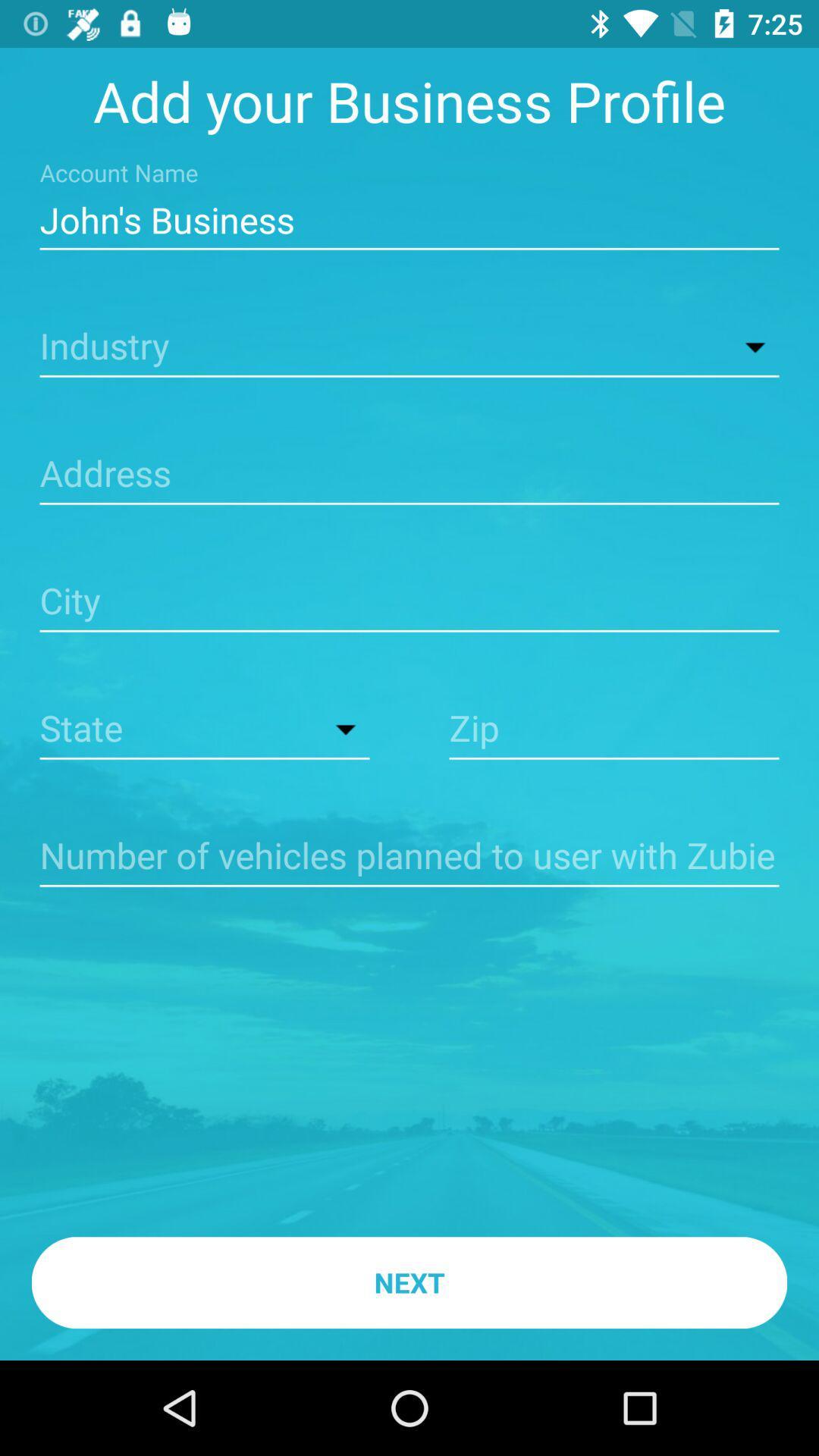 This screenshot has height=1456, width=819. What do you see at coordinates (409, 475) in the screenshot?
I see `address` at bounding box center [409, 475].